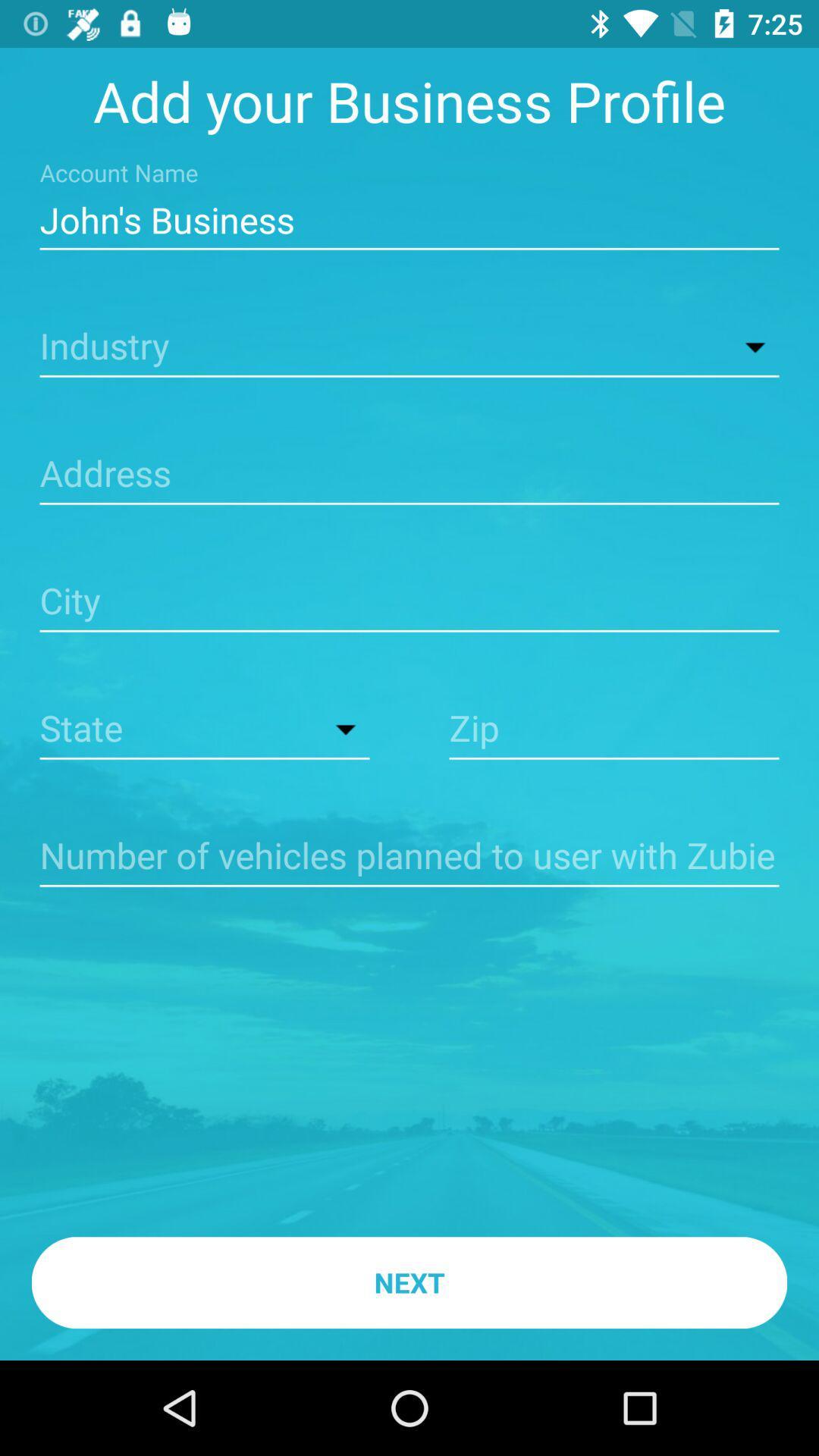 This screenshot has height=1456, width=819. What do you see at coordinates (409, 475) in the screenshot?
I see `address` at bounding box center [409, 475].